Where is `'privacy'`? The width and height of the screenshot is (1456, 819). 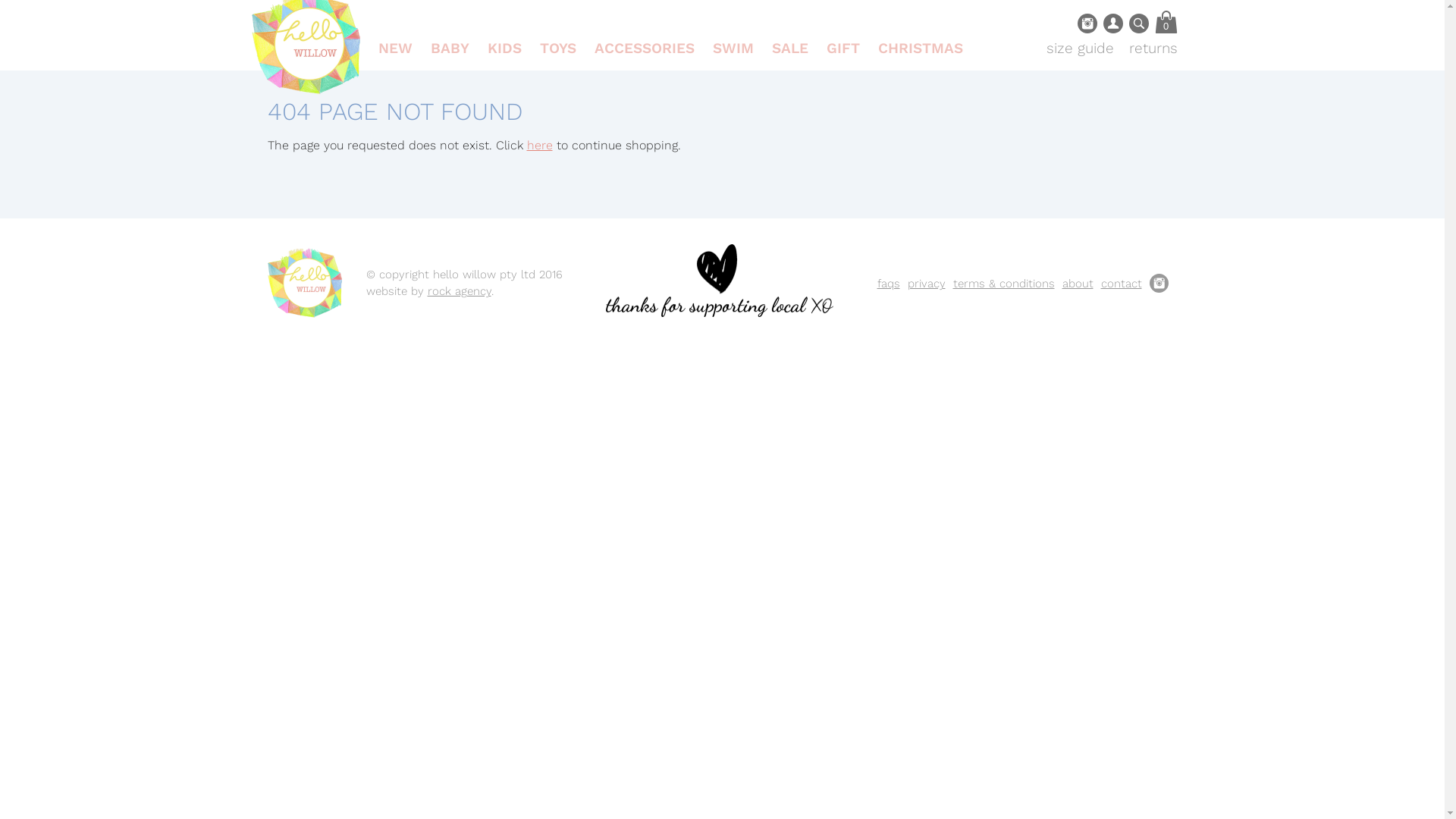 'privacy' is located at coordinates (924, 284).